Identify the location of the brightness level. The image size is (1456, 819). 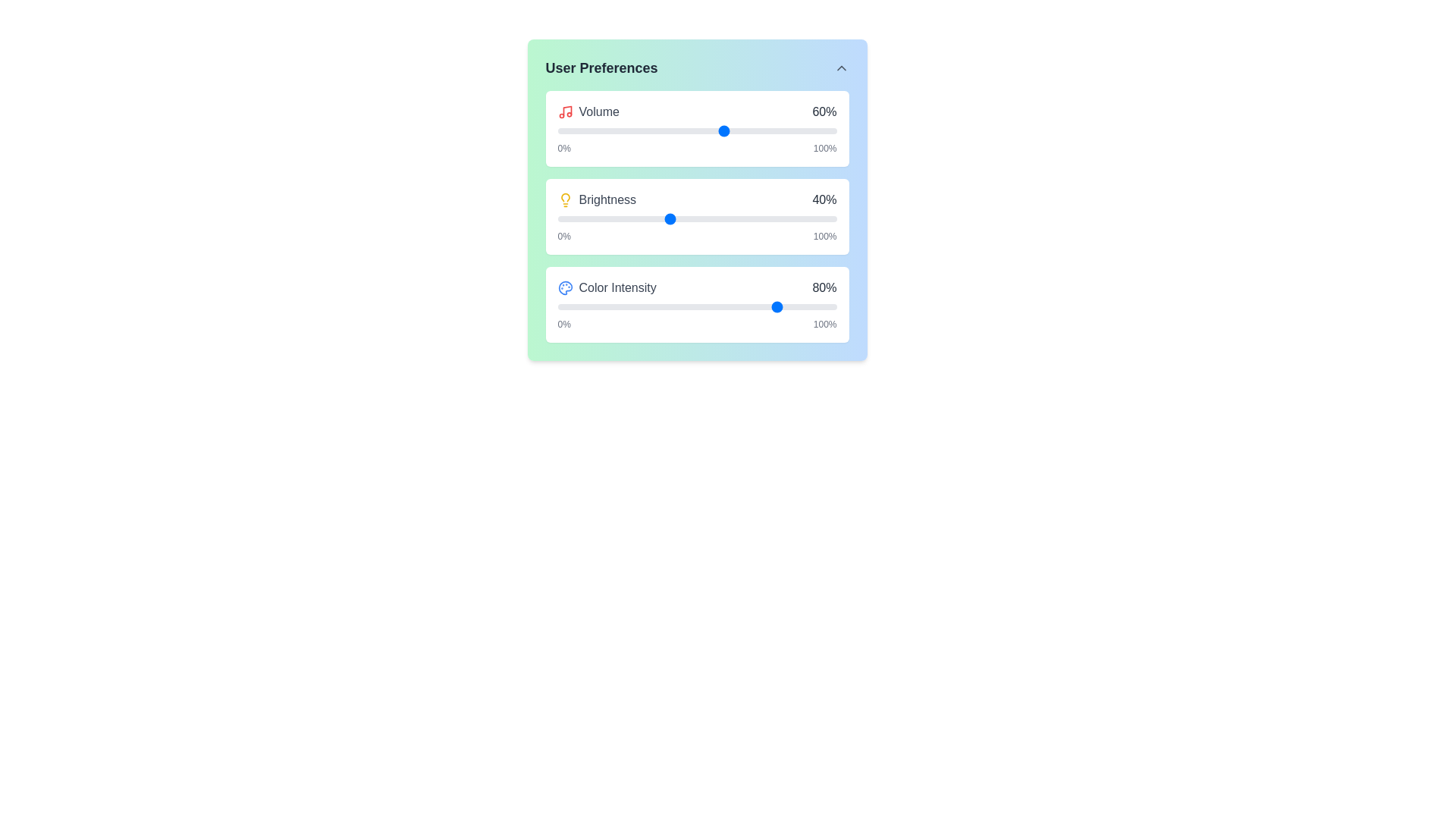
(596, 219).